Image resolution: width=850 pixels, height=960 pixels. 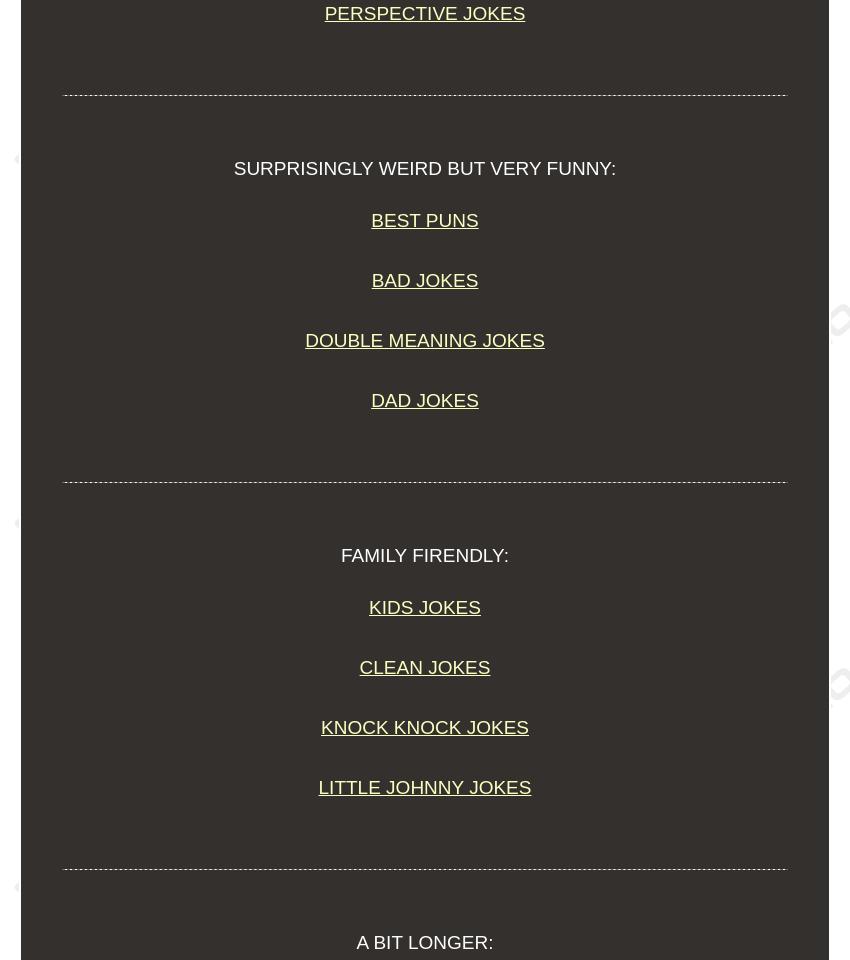 What do you see at coordinates (424, 555) in the screenshot?
I see `'Family Firendly:'` at bounding box center [424, 555].